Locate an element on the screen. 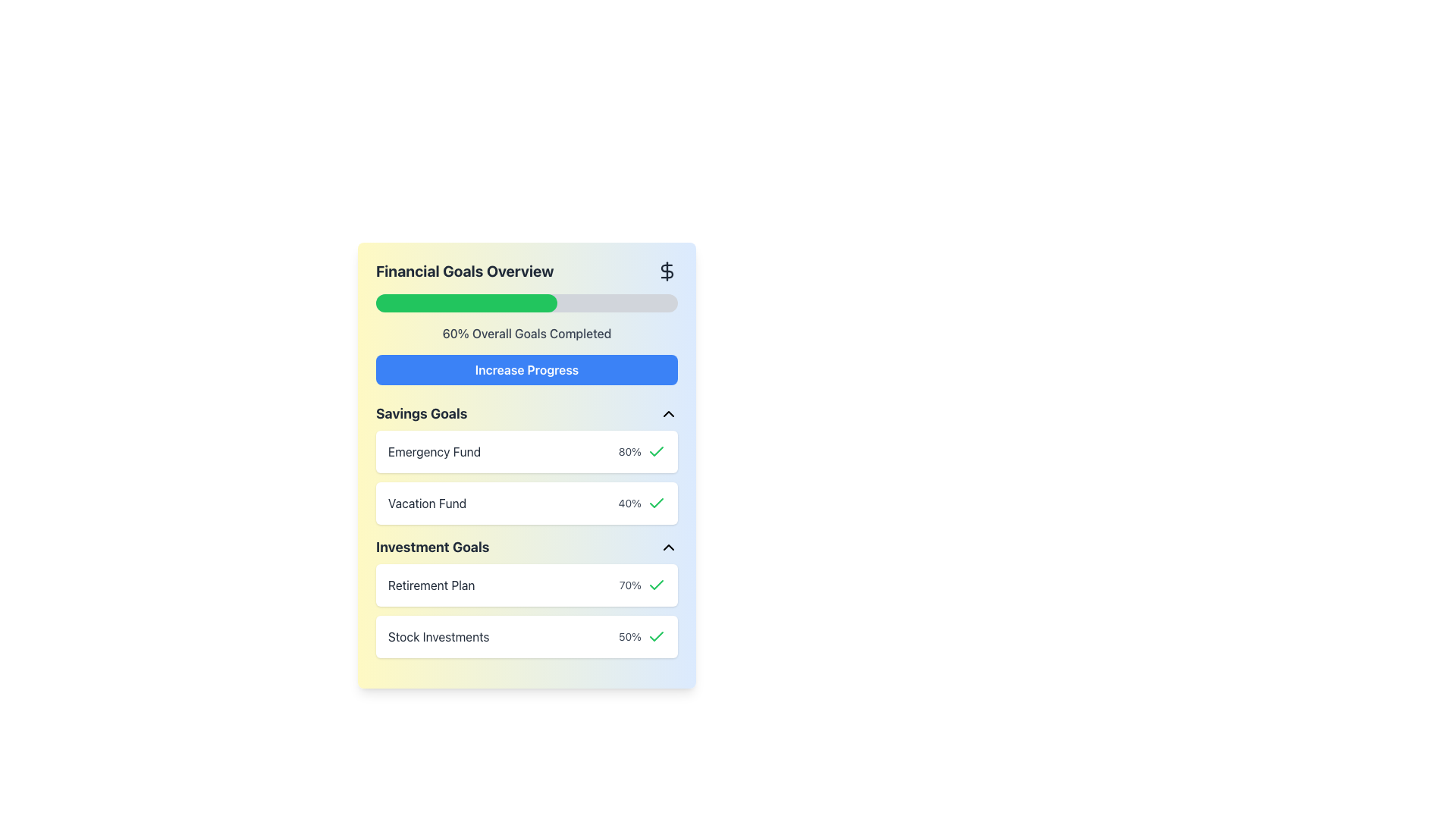 The width and height of the screenshot is (1456, 819). the progress percentage text label (80%) for the 'Emergency Fund' savings goal, located in the first row under 'Savings Goals', to the right of the 'Emergency Fund' label is located at coordinates (629, 451).